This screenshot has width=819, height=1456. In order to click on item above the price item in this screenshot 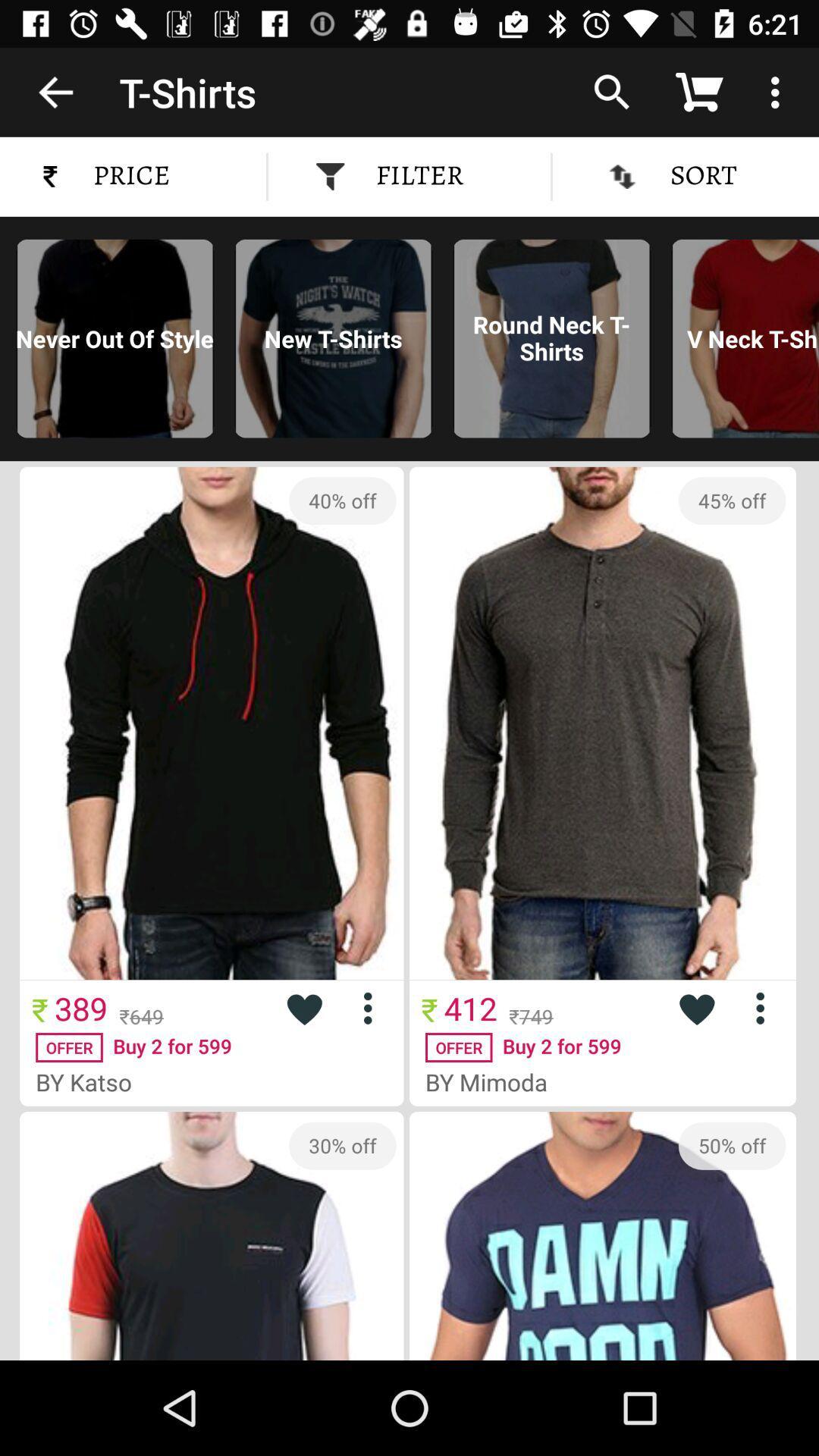, I will do `click(55, 91)`.